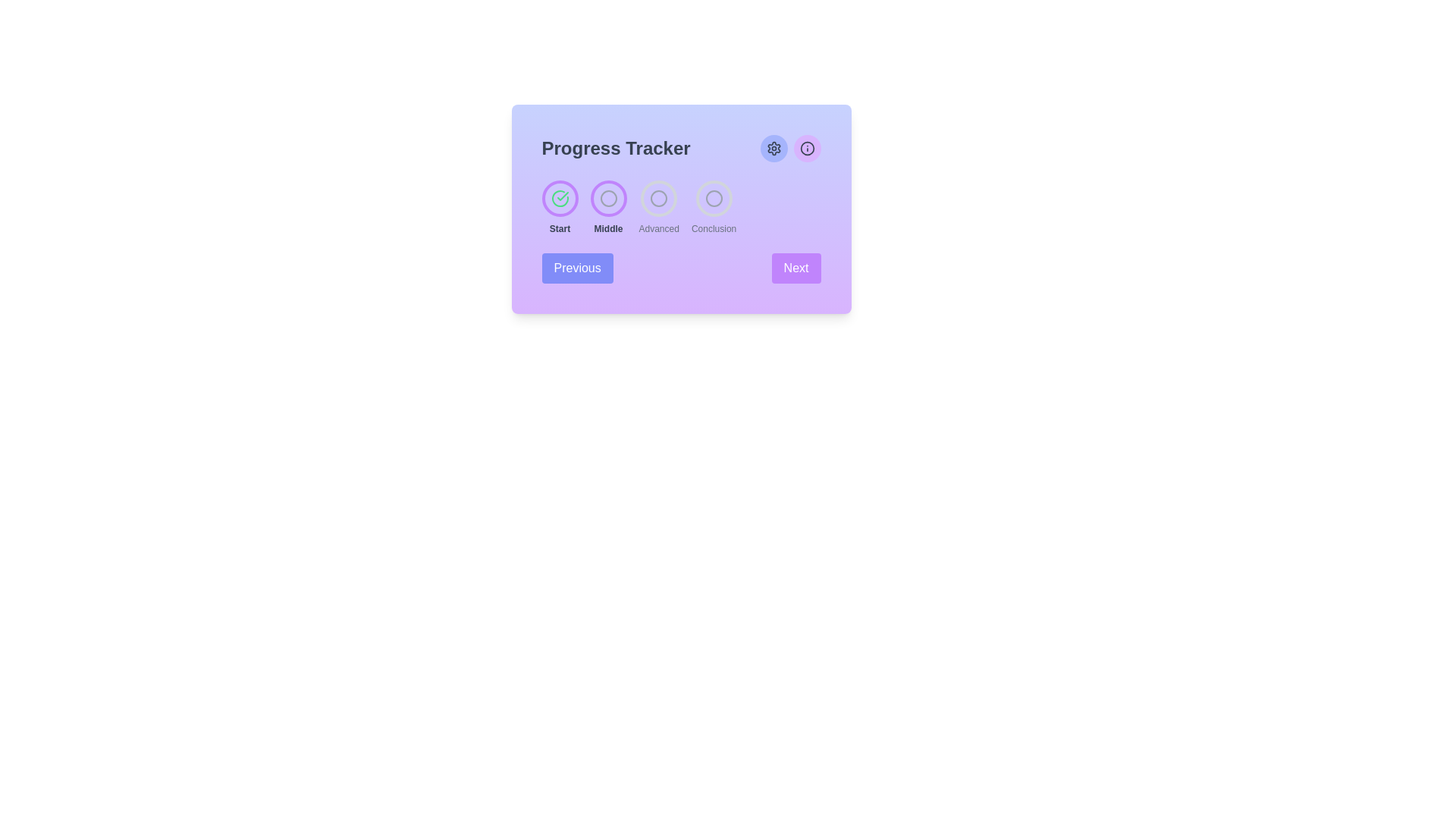  Describe the element at coordinates (576, 268) in the screenshot. I see `the leftmost button below the 'Progress Tracker' section` at that location.